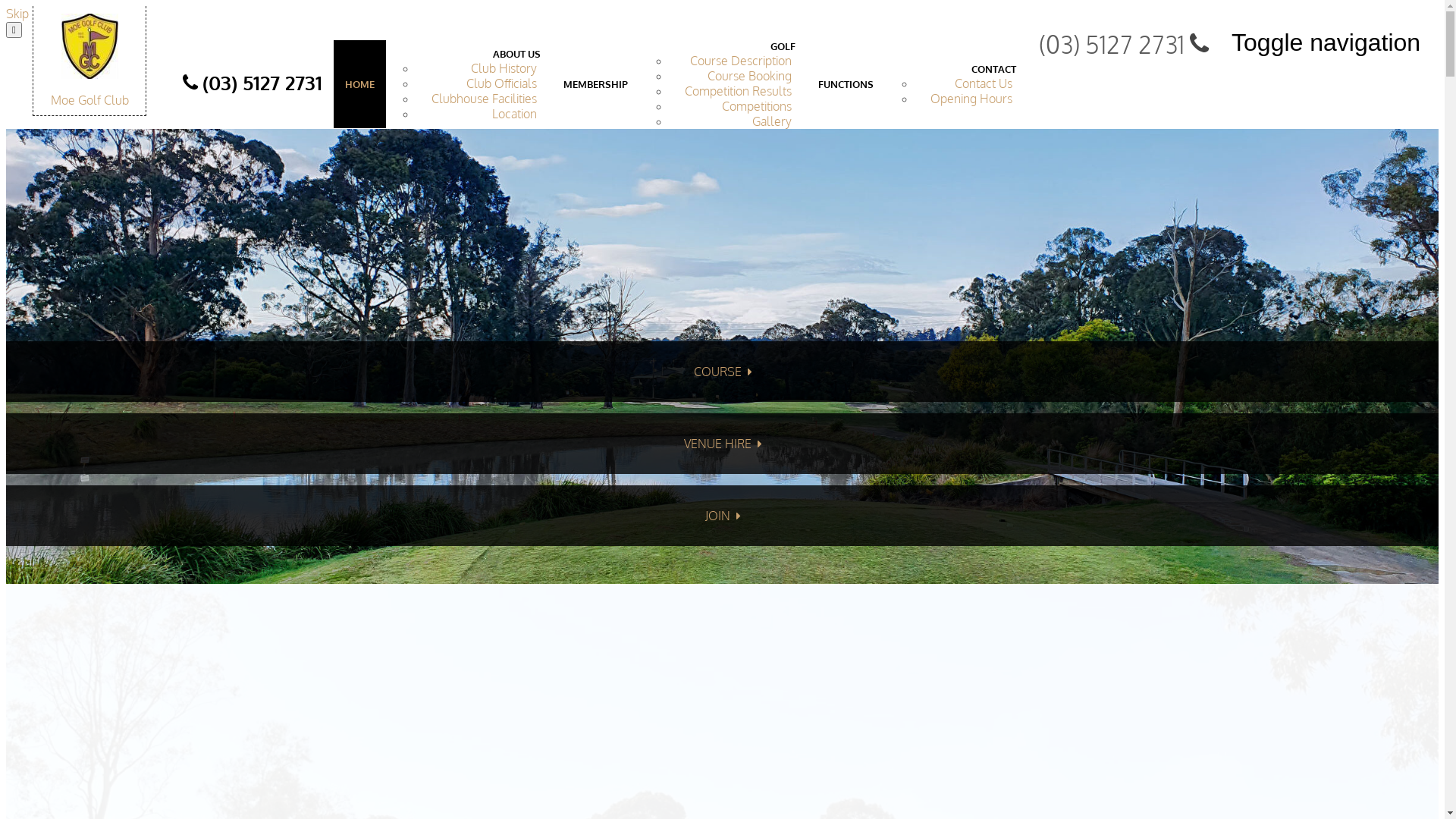  Describe the element at coordinates (983, 83) in the screenshot. I see `'Contact Us'` at that location.